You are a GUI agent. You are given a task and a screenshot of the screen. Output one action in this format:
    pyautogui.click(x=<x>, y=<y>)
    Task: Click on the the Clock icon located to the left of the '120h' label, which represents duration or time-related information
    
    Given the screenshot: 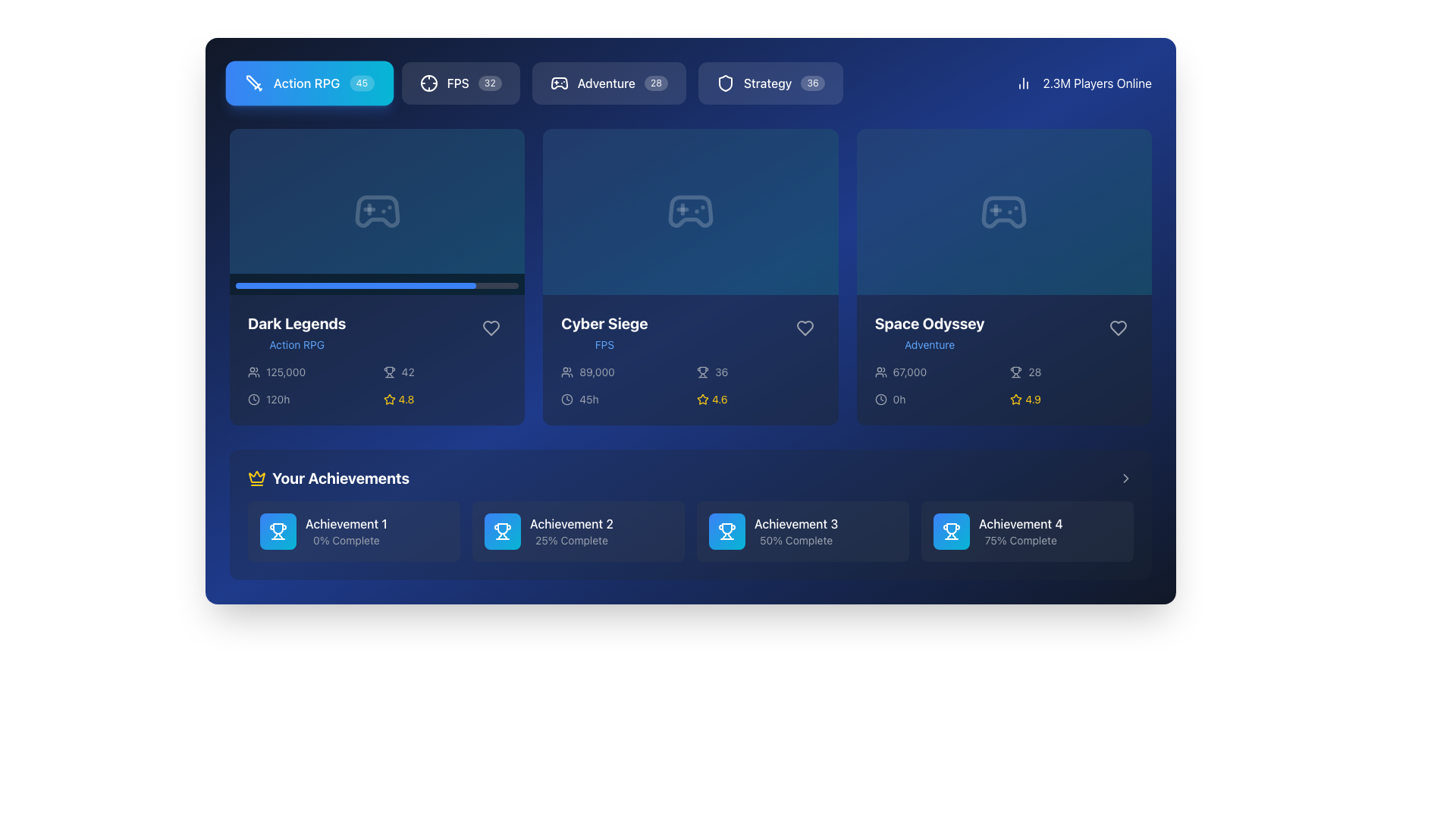 What is the action you would take?
    pyautogui.click(x=254, y=397)
    